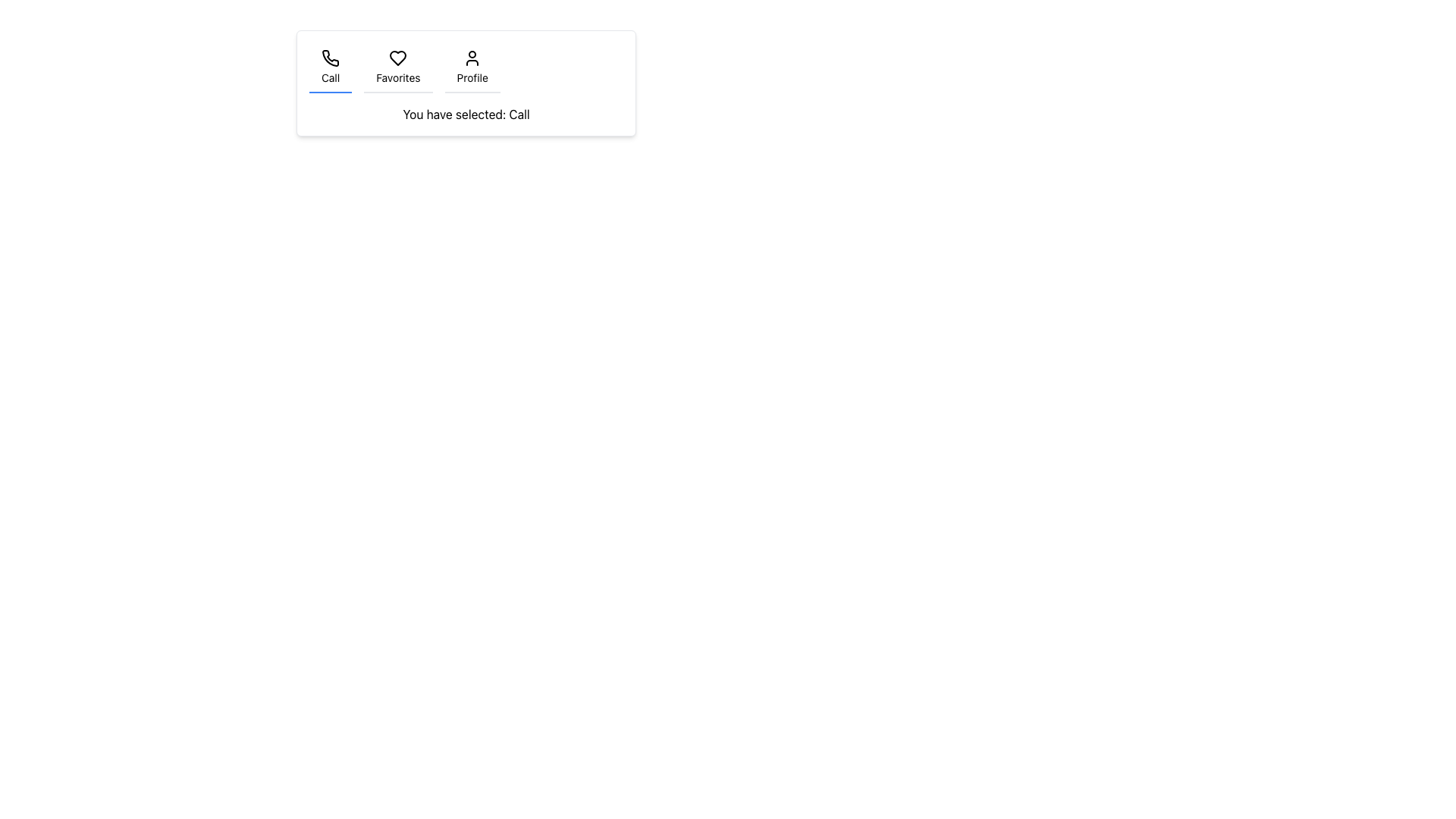  What do you see at coordinates (398, 78) in the screenshot?
I see `the 'Favorites' text label located below the heart-shaped icon in the vertical menu section` at bounding box center [398, 78].